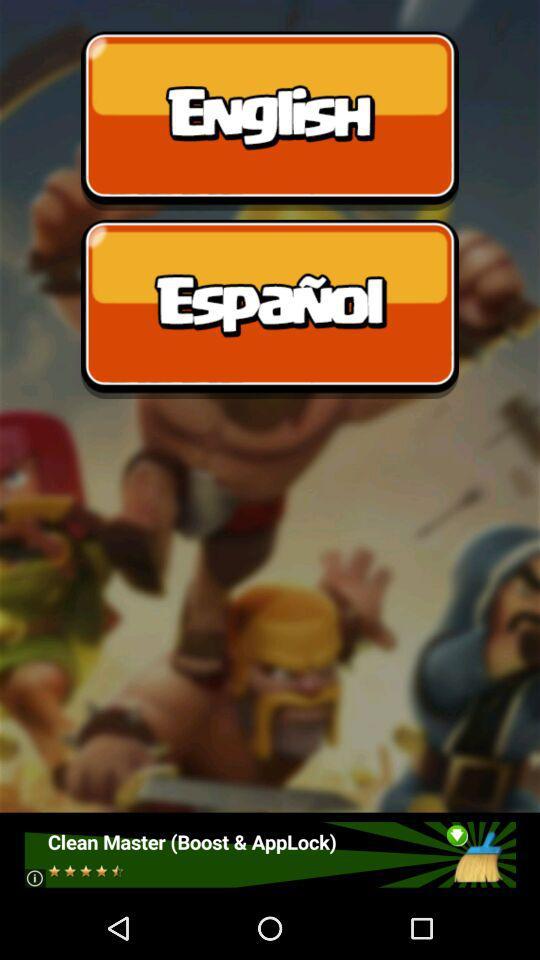 The image size is (540, 960). What do you see at coordinates (270, 309) in the screenshot?
I see `spanish language` at bounding box center [270, 309].